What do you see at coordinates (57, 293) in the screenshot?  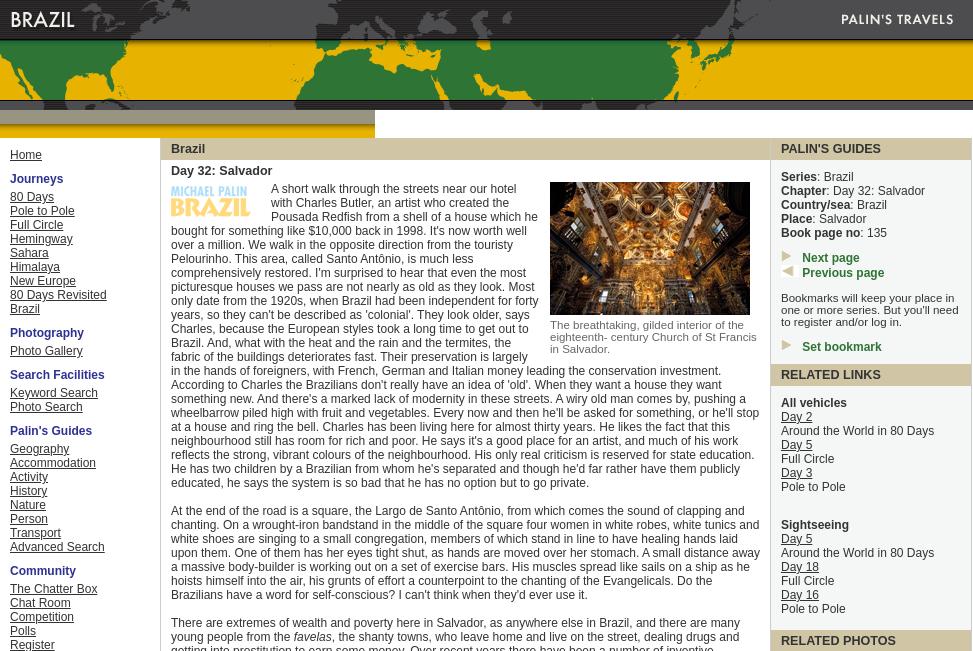 I see `'80 Days Revisited'` at bounding box center [57, 293].